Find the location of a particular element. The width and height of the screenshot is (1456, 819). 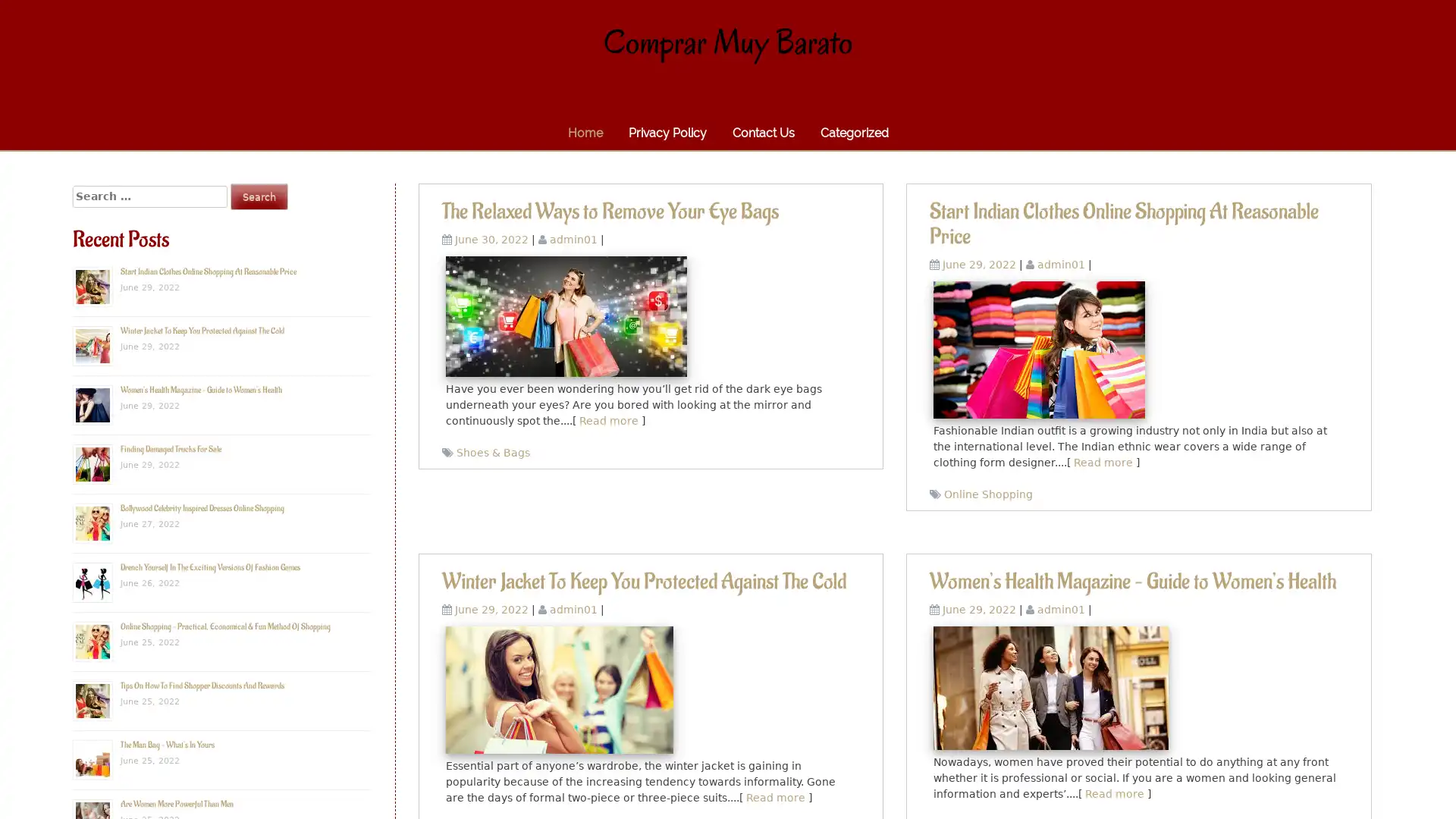

Search is located at coordinates (259, 196).